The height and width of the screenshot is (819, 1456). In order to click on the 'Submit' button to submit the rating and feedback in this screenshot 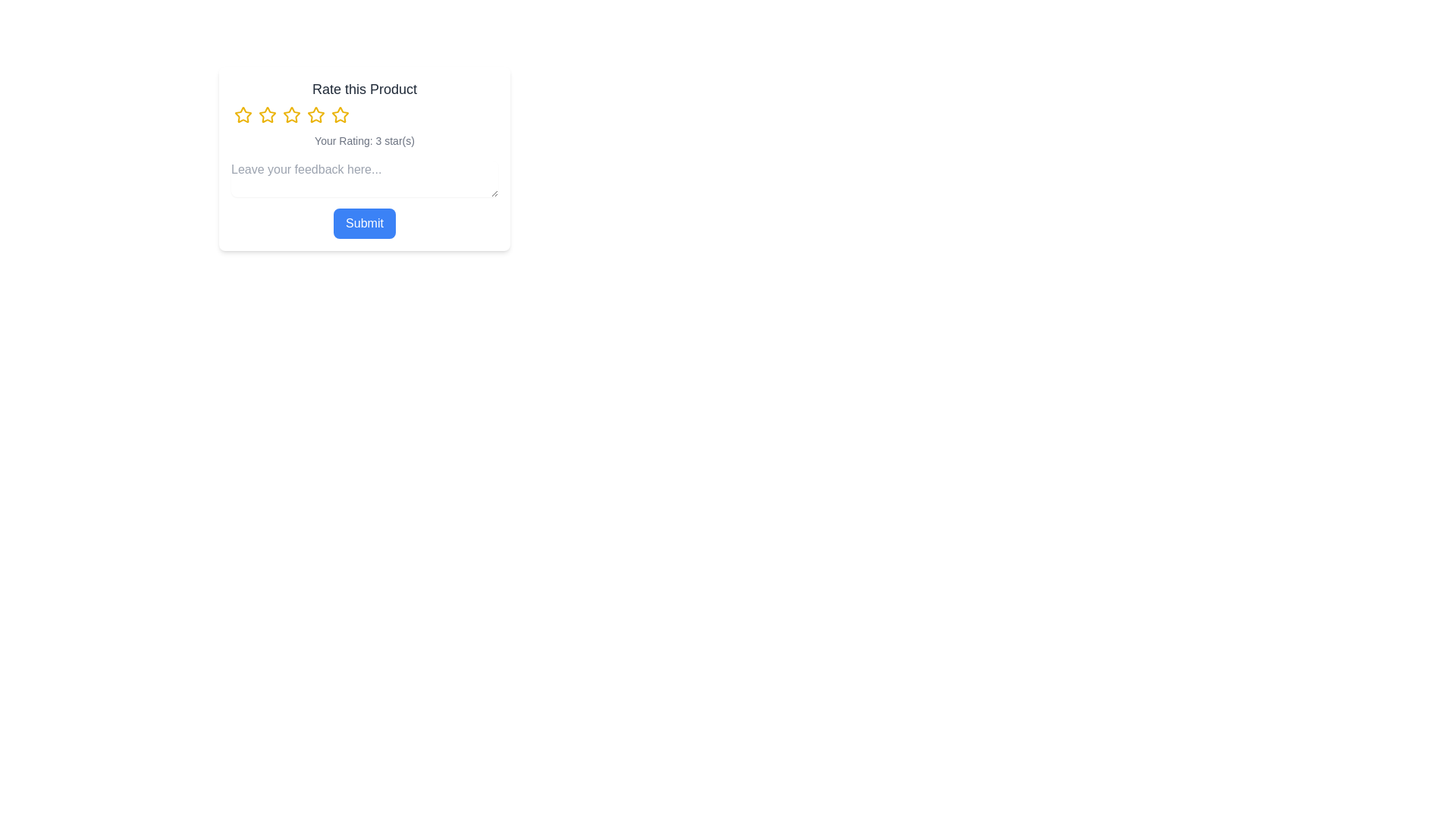, I will do `click(364, 223)`.